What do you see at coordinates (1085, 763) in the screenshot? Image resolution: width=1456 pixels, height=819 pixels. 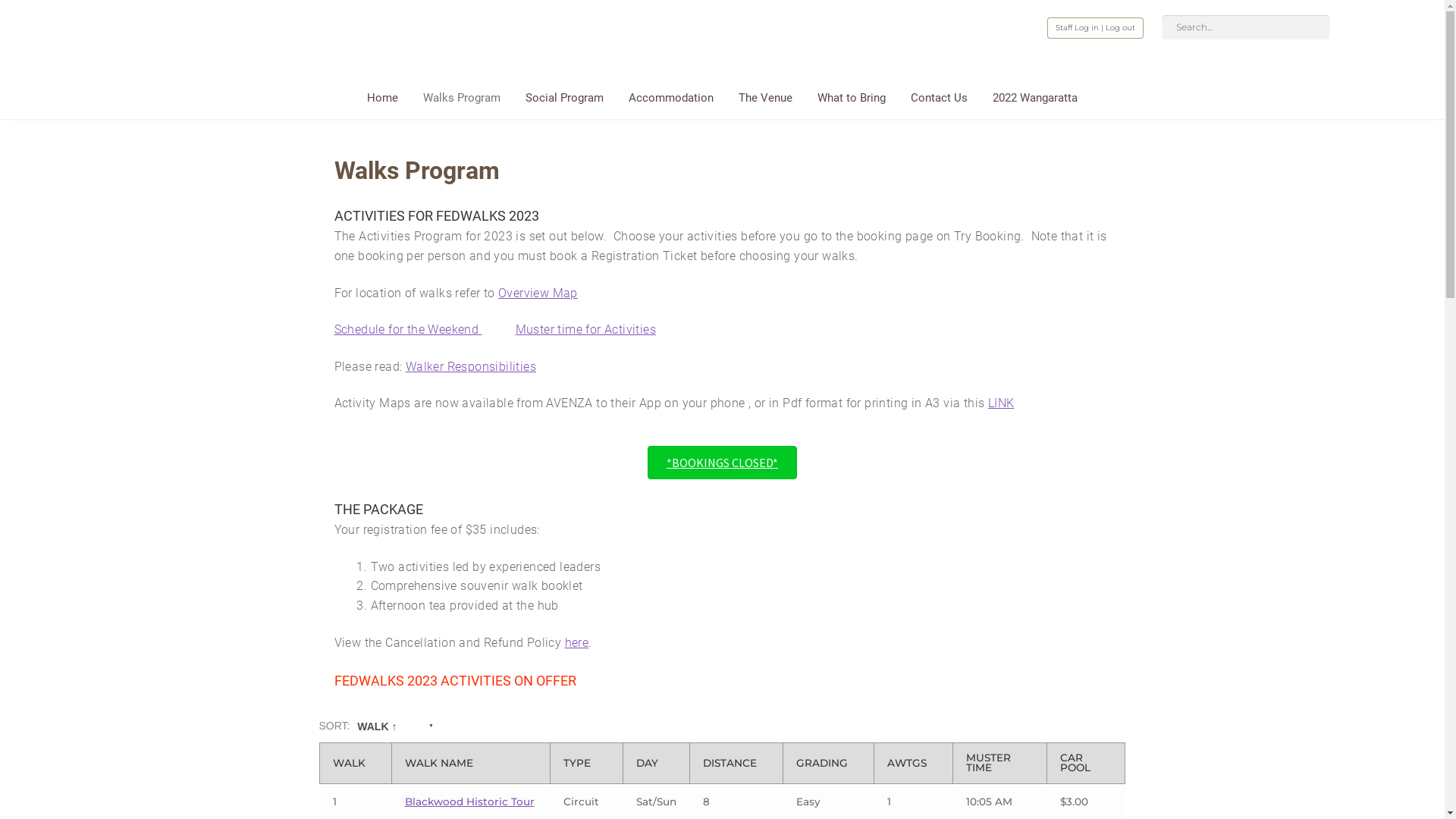 I see `'CAR POOL'` at bounding box center [1085, 763].